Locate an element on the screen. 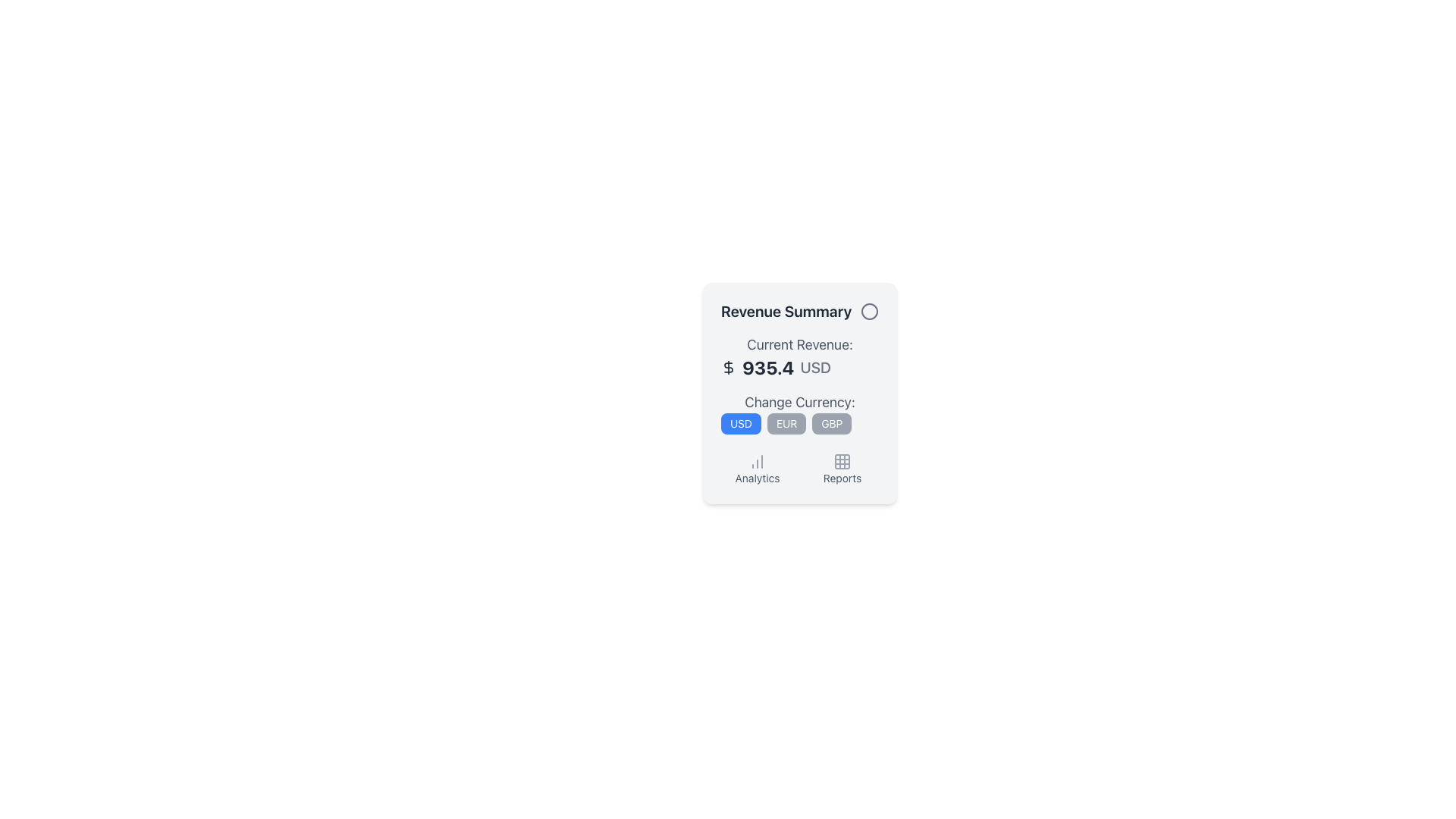 The width and height of the screenshot is (1456, 819). the button labeled 'GBP' is located at coordinates (831, 424).